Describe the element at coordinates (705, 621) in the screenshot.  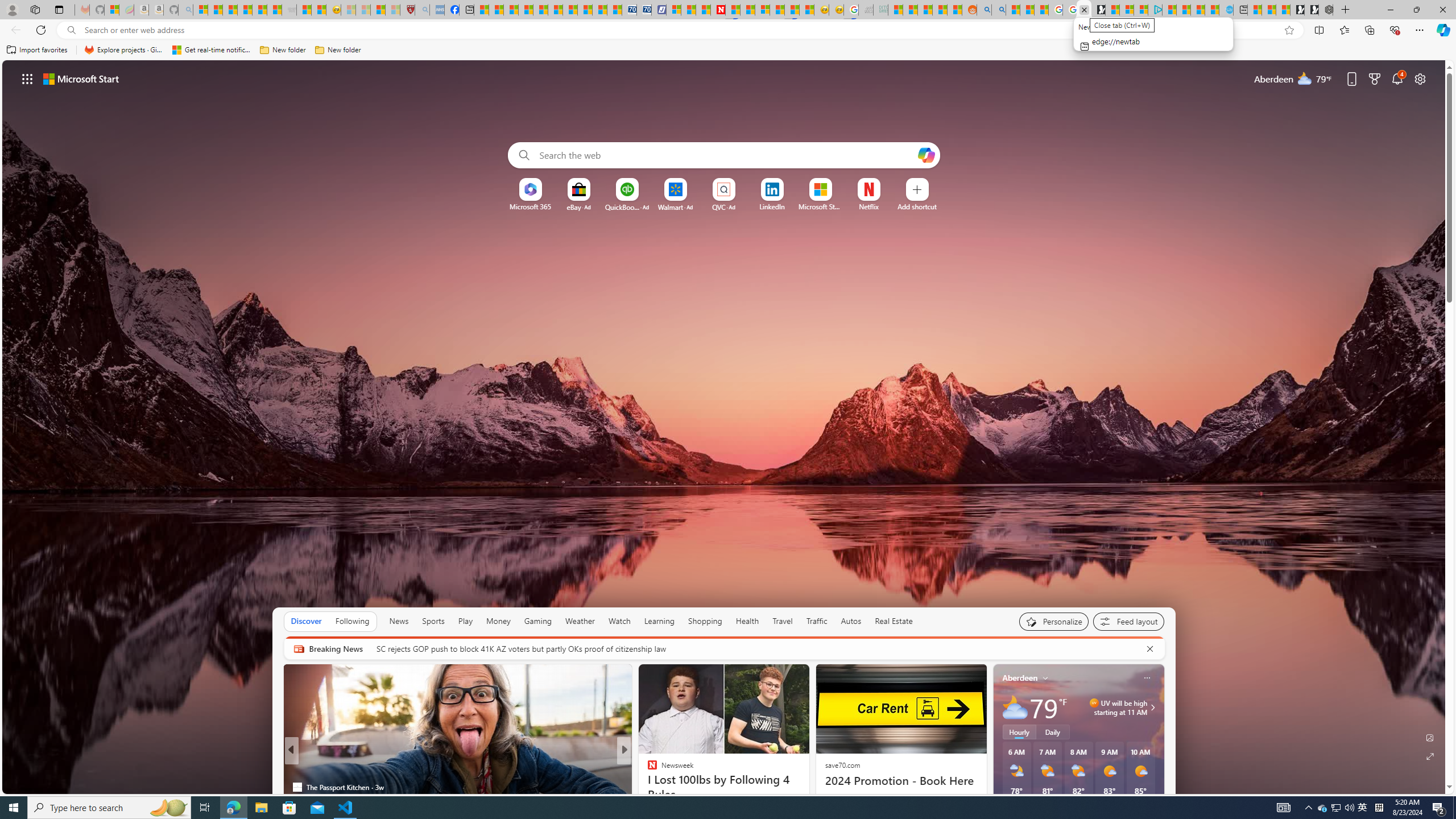
I see `'Shopping'` at that location.